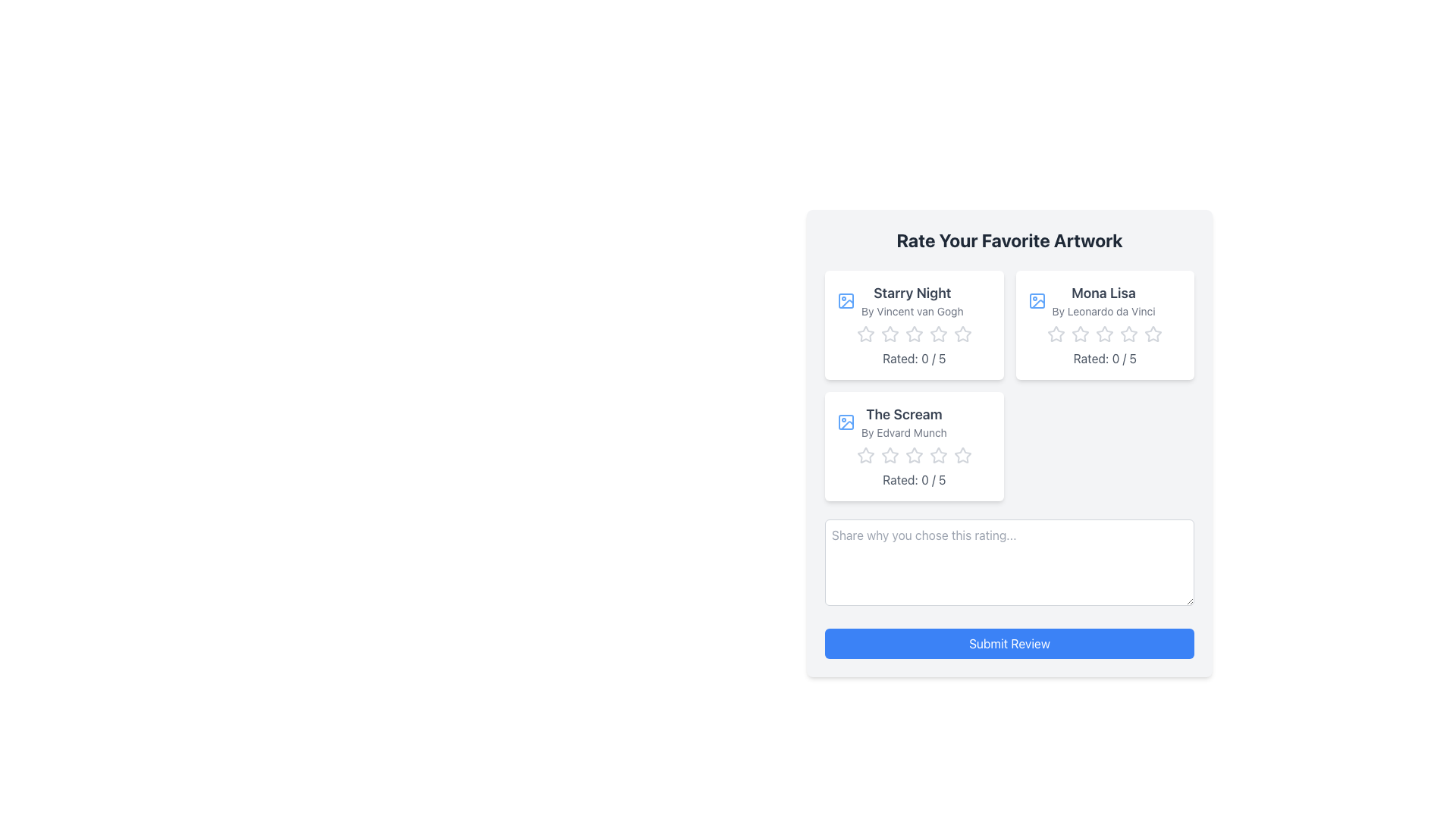  I want to click on the third star icon in the rating area below the 'Mona Lisa' card, so click(1105, 333).